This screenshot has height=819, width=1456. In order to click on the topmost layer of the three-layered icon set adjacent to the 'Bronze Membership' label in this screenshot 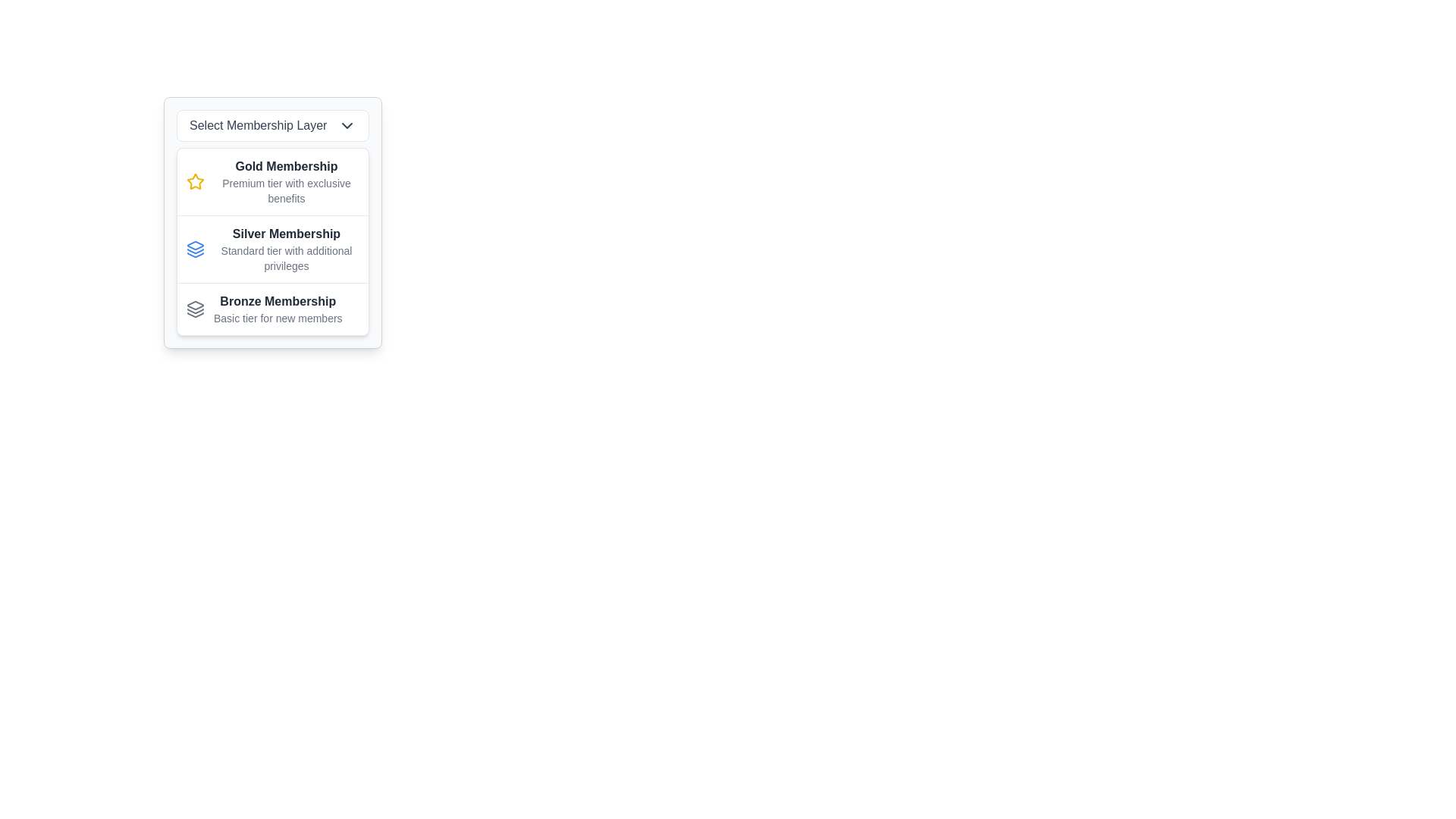, I will do `click(195, 245)`.